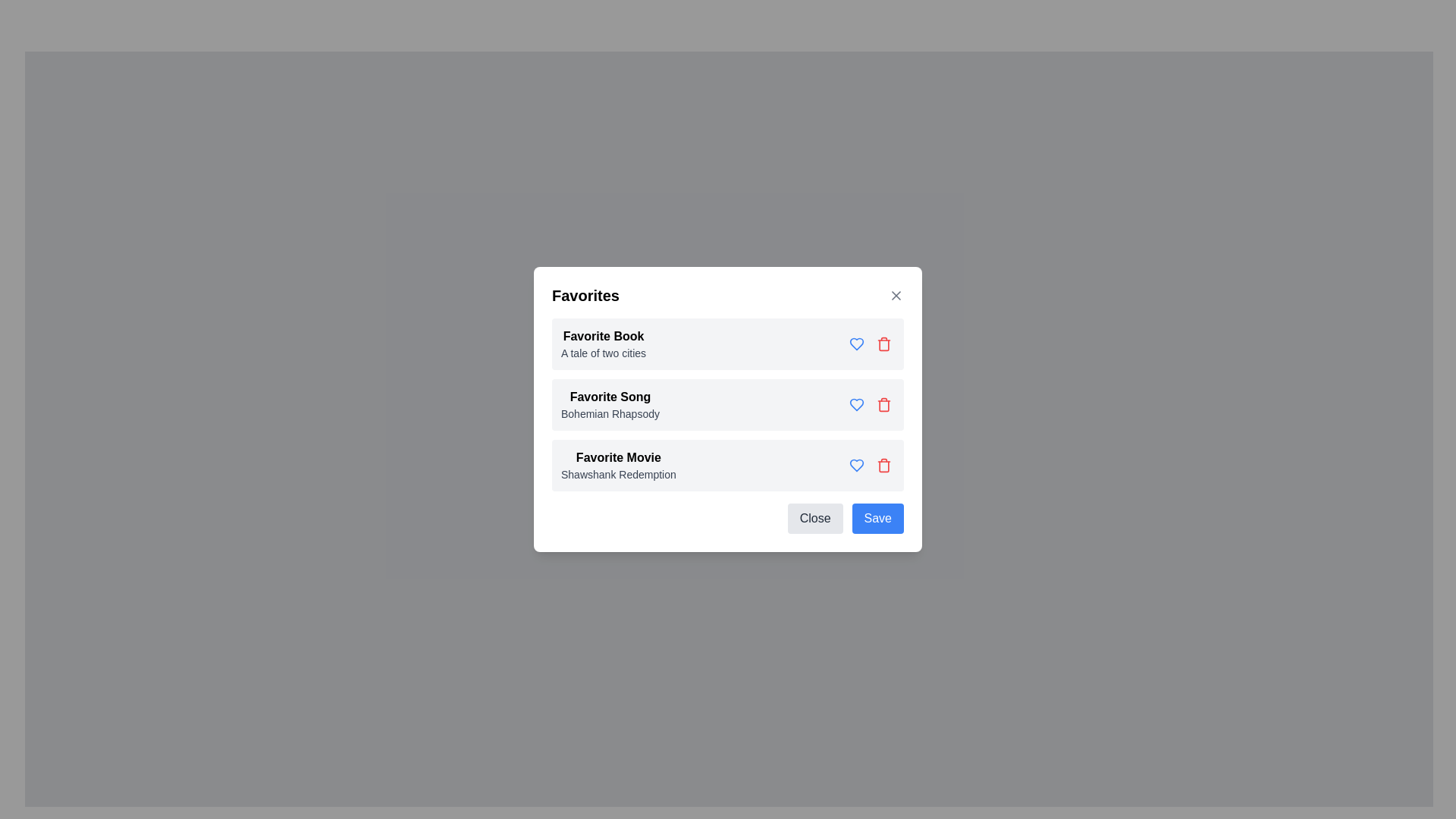 The image size is (1456, 819). What do you see at coordinates (884, 344) in the screenshot?
I see `the deletion button icon located to the right of the blue heart icon under the 'Favorite Book' entry` at bounding box center [884, 344].